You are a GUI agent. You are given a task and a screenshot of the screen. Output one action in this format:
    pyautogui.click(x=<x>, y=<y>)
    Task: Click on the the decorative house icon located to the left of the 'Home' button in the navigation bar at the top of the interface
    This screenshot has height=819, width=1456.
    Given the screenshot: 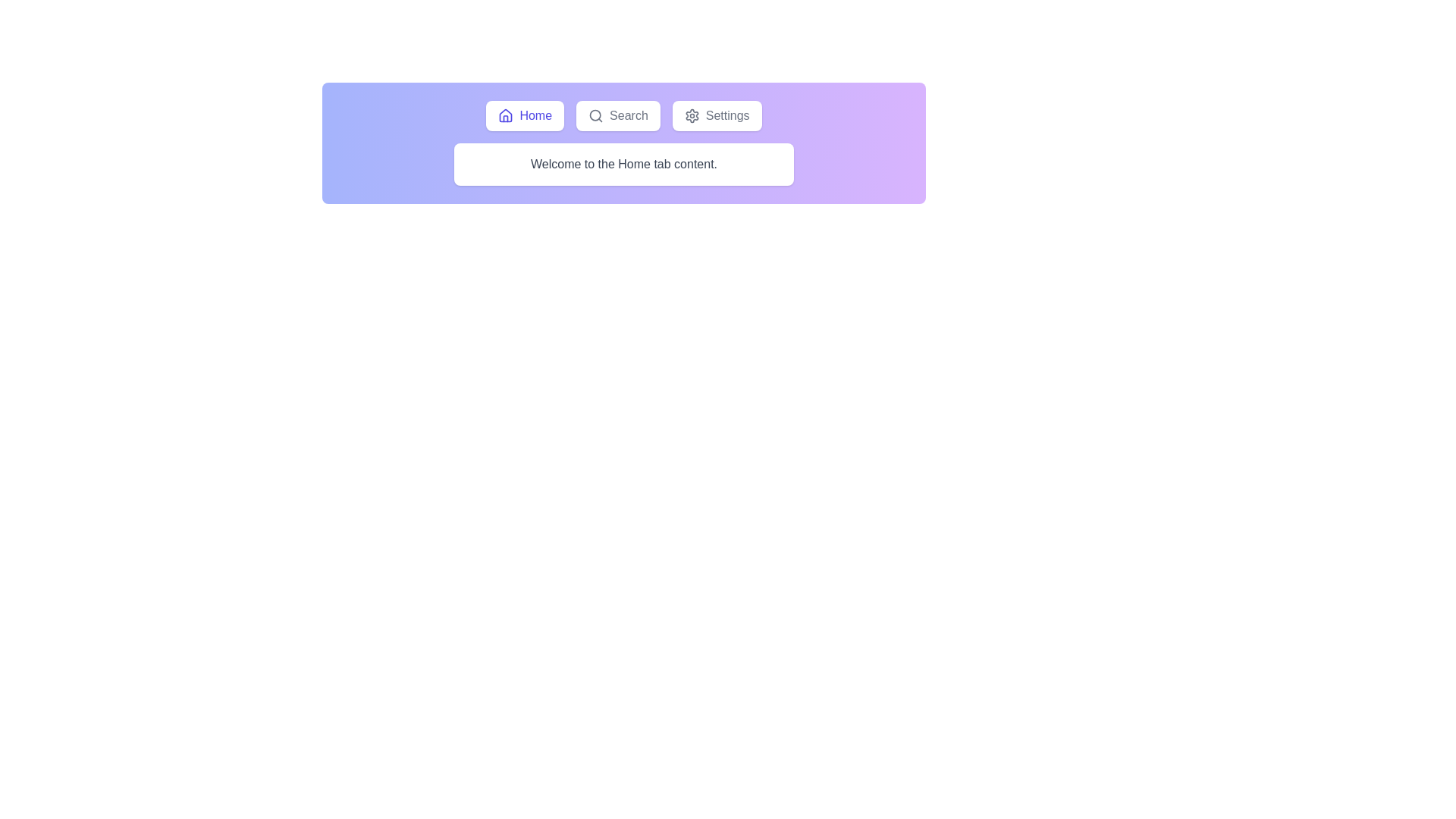 What is the action you would take?
    pyautogui.click(x=506, y=115)
    